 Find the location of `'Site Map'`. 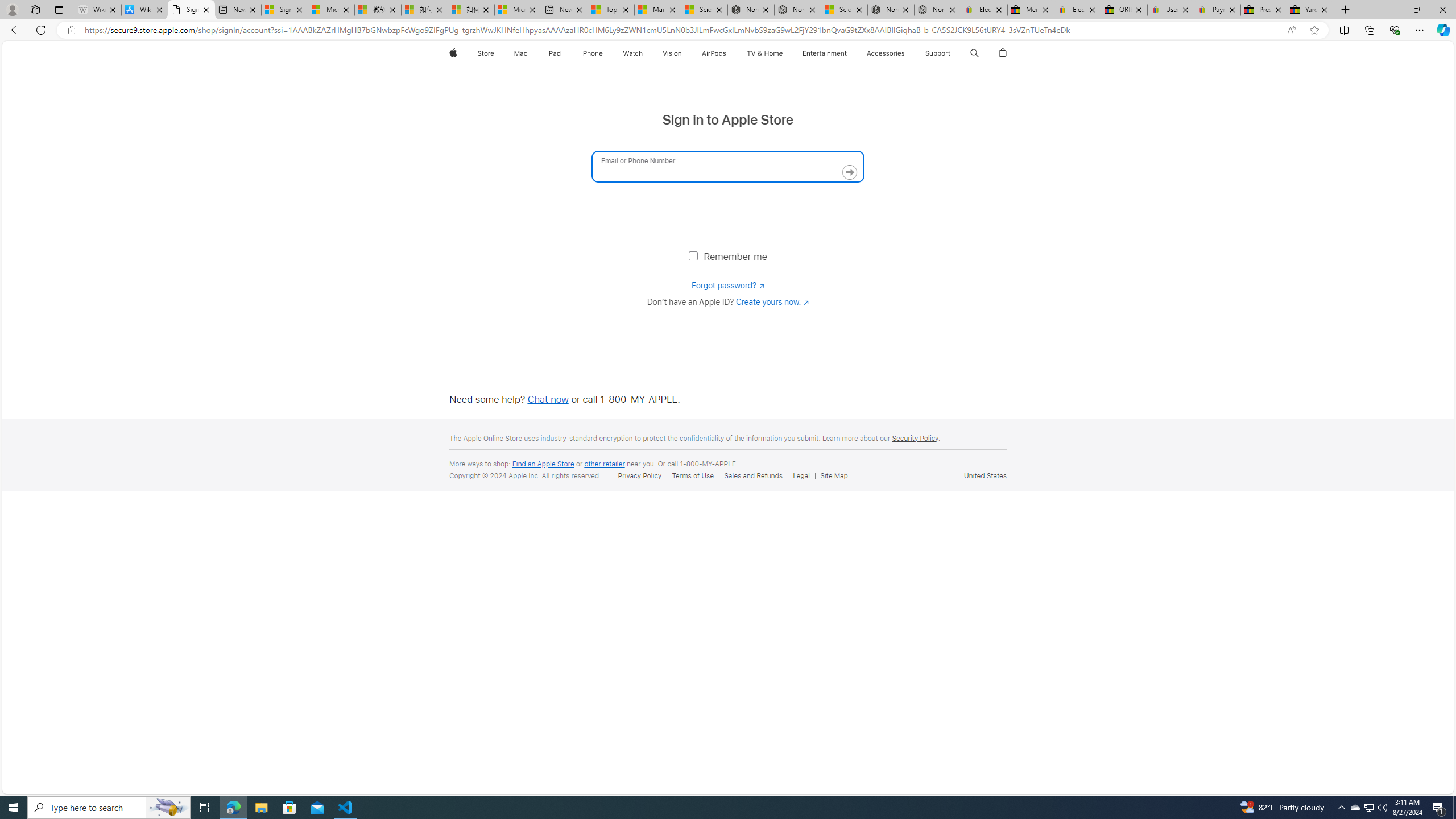

'Site Map' is located at coordinates (835, 475).